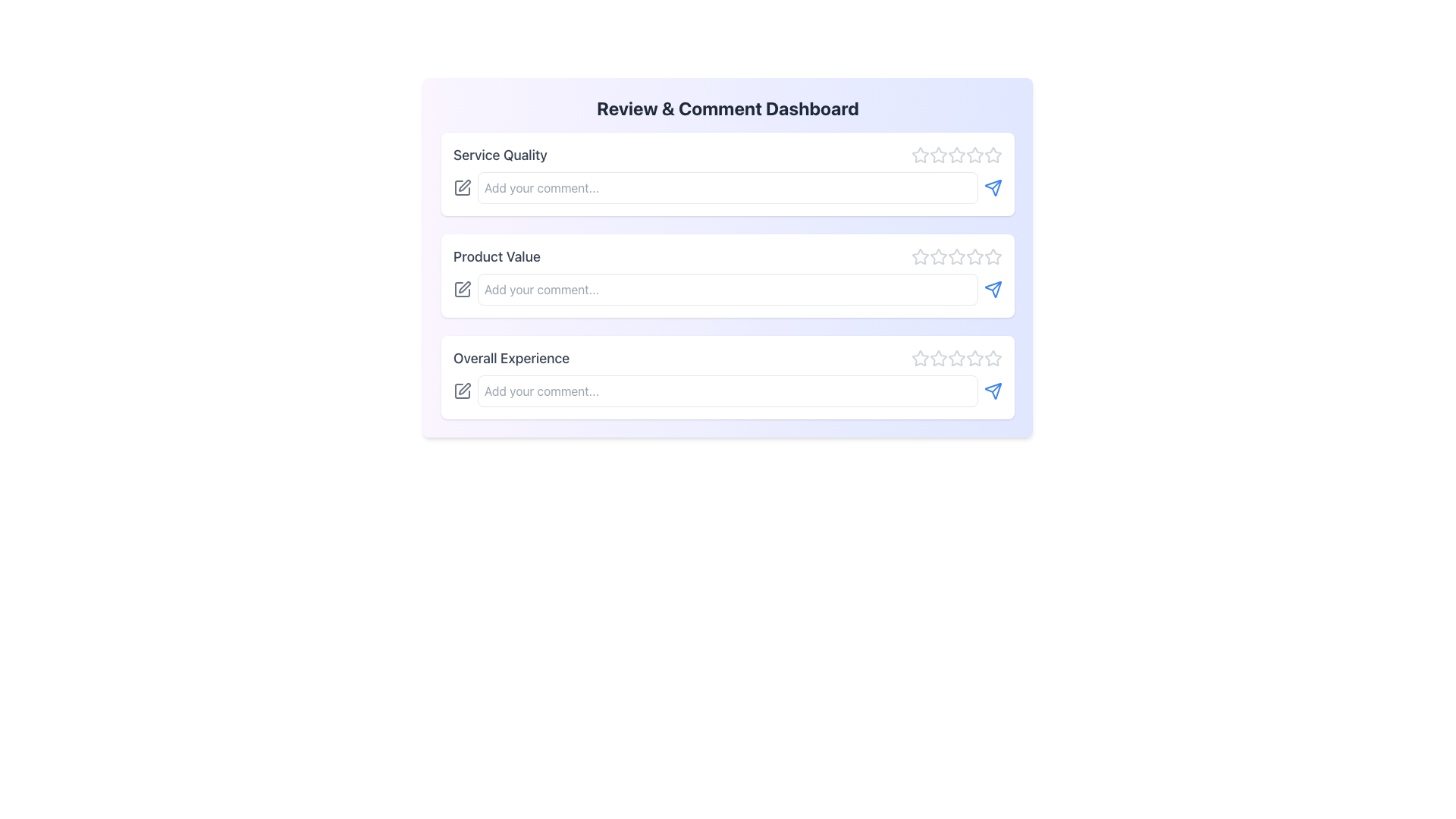  What do you see at coordinates (920, 155) in the screenshot?
I see `the first star in the rating section for 'Service Quality' to provide visual feedback` at bounding box center [920, 155].